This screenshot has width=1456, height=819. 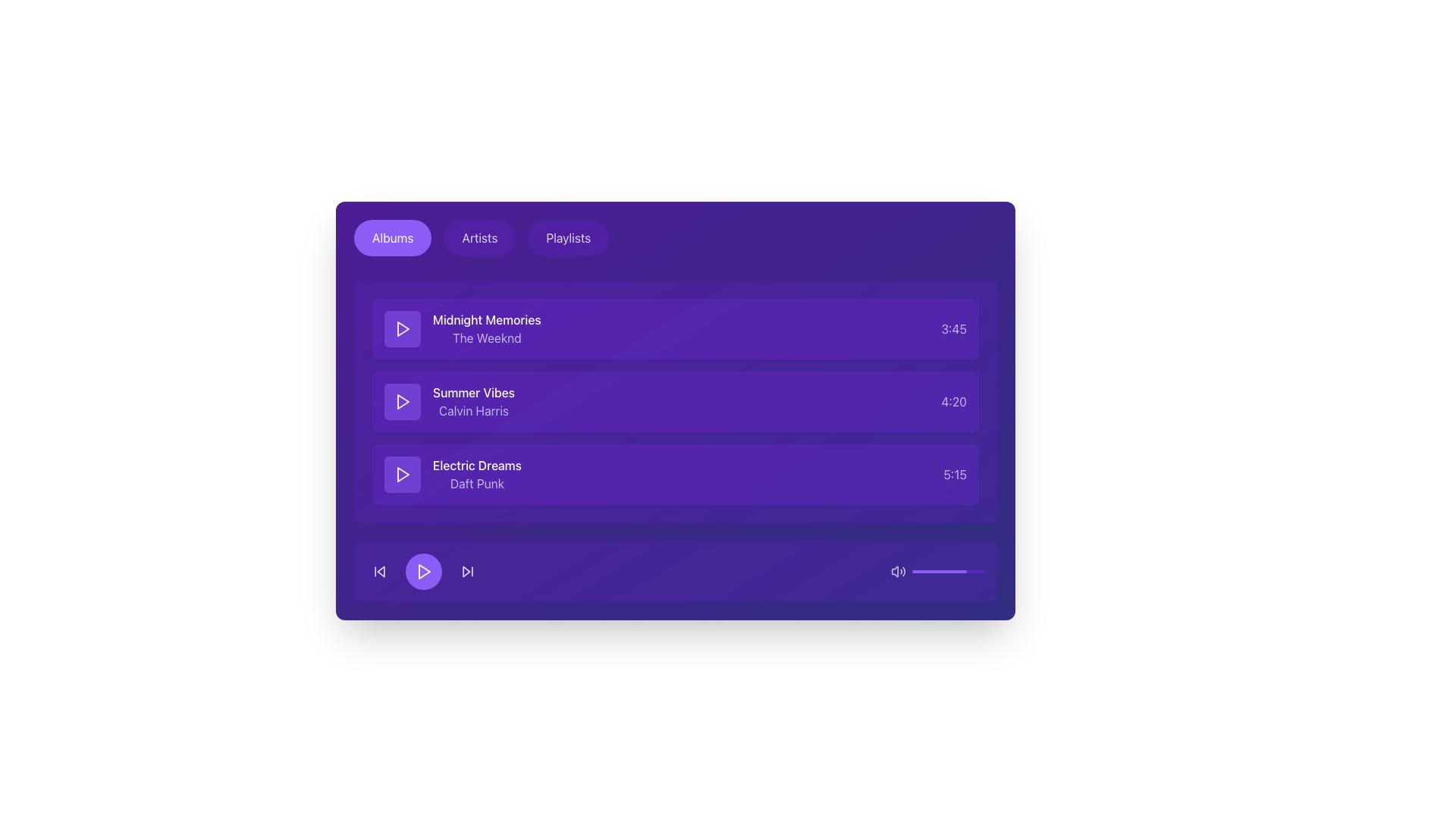 I want to click on the 'play' button located at the center of the horizontal control bar at the bottom of the interface to observe the hover effect, so click(x=423, y=571).